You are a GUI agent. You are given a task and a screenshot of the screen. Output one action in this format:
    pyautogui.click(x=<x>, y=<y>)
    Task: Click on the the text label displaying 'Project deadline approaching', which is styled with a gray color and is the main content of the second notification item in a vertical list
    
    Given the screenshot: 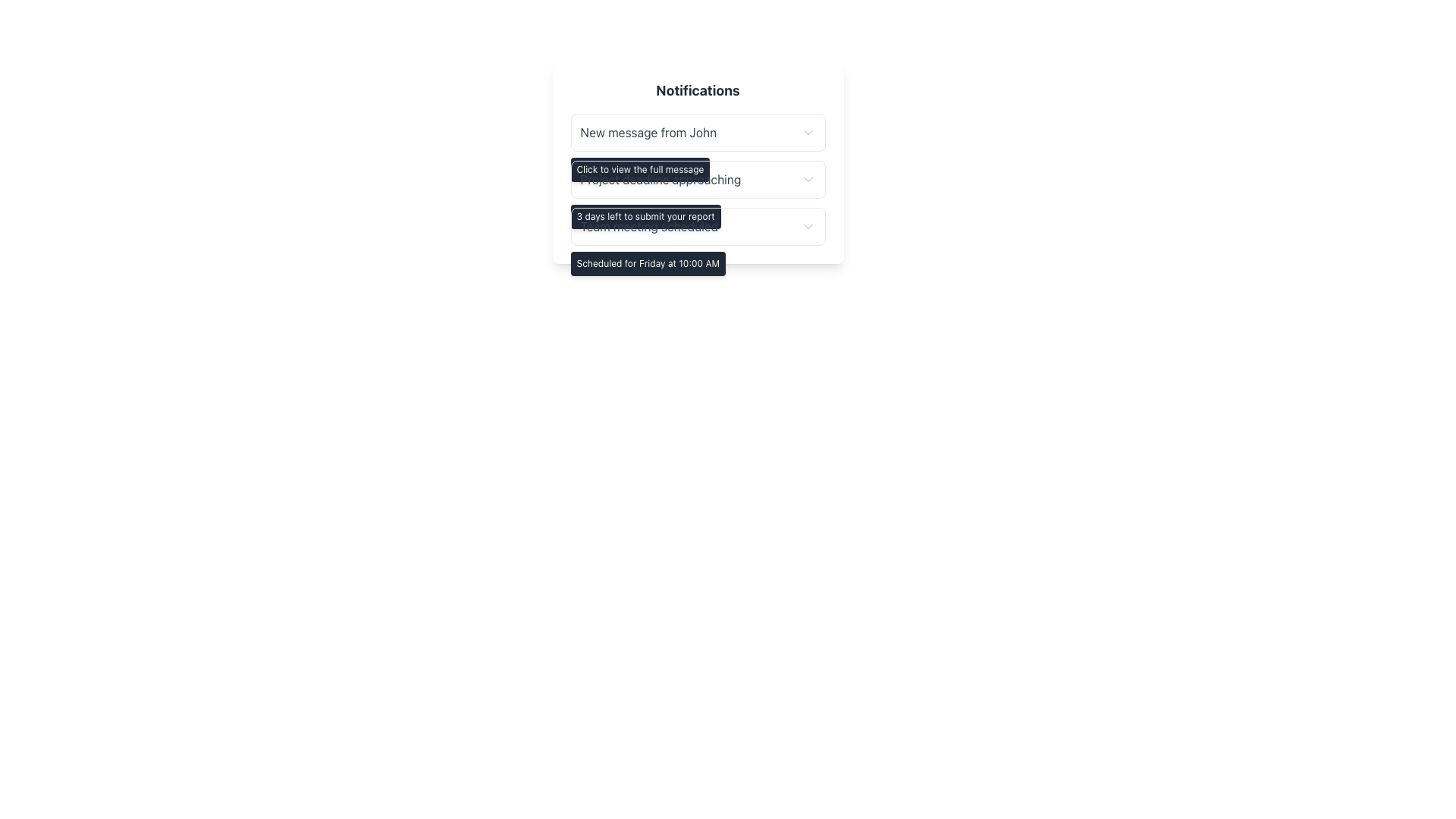 What is the action you would take?
    pyautogui.click(x=661, y=178)
    